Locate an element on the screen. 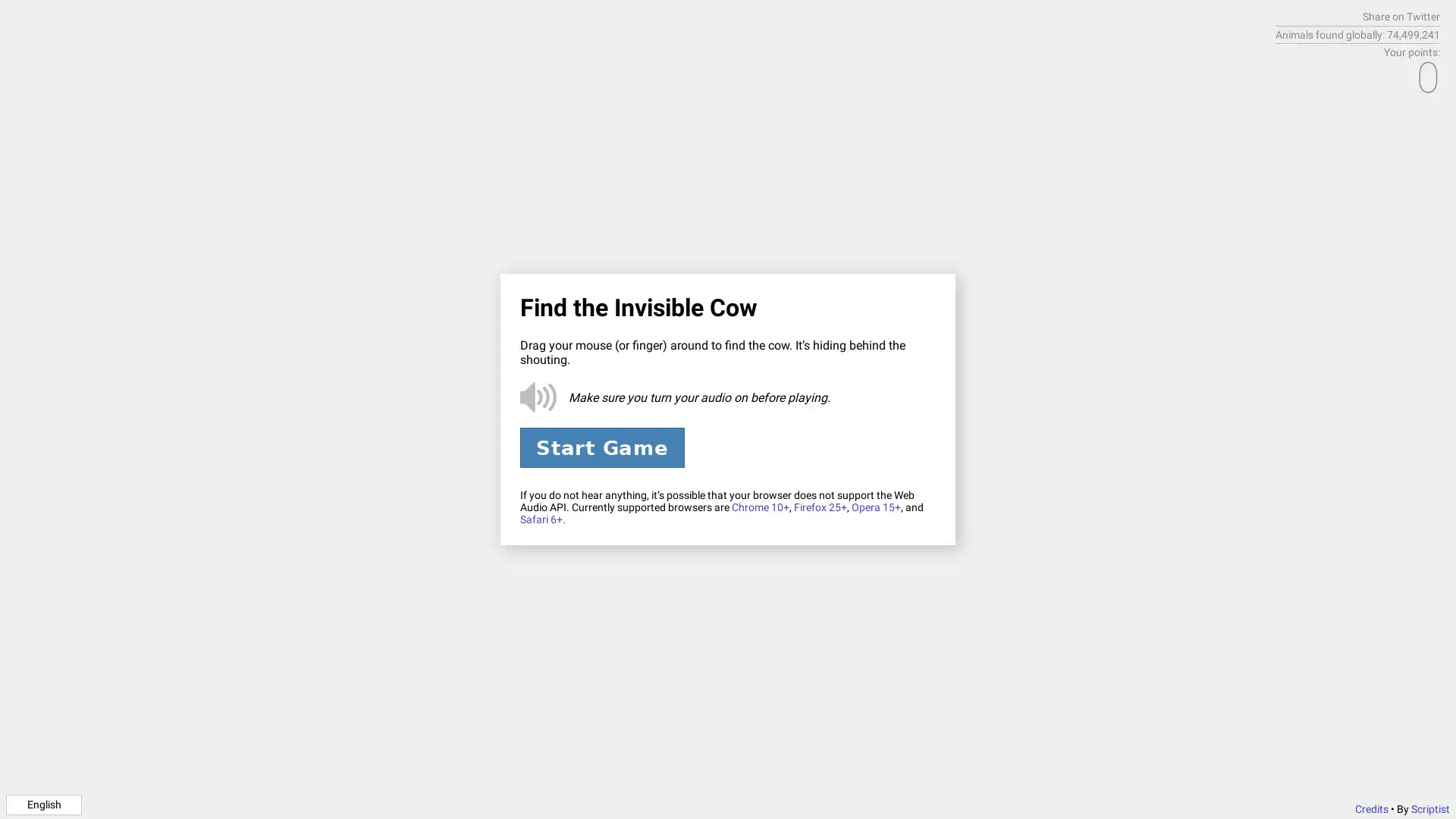 This screenshot has height=819, width=1456. Share on Twitter is located at coordinates (1401, 17).